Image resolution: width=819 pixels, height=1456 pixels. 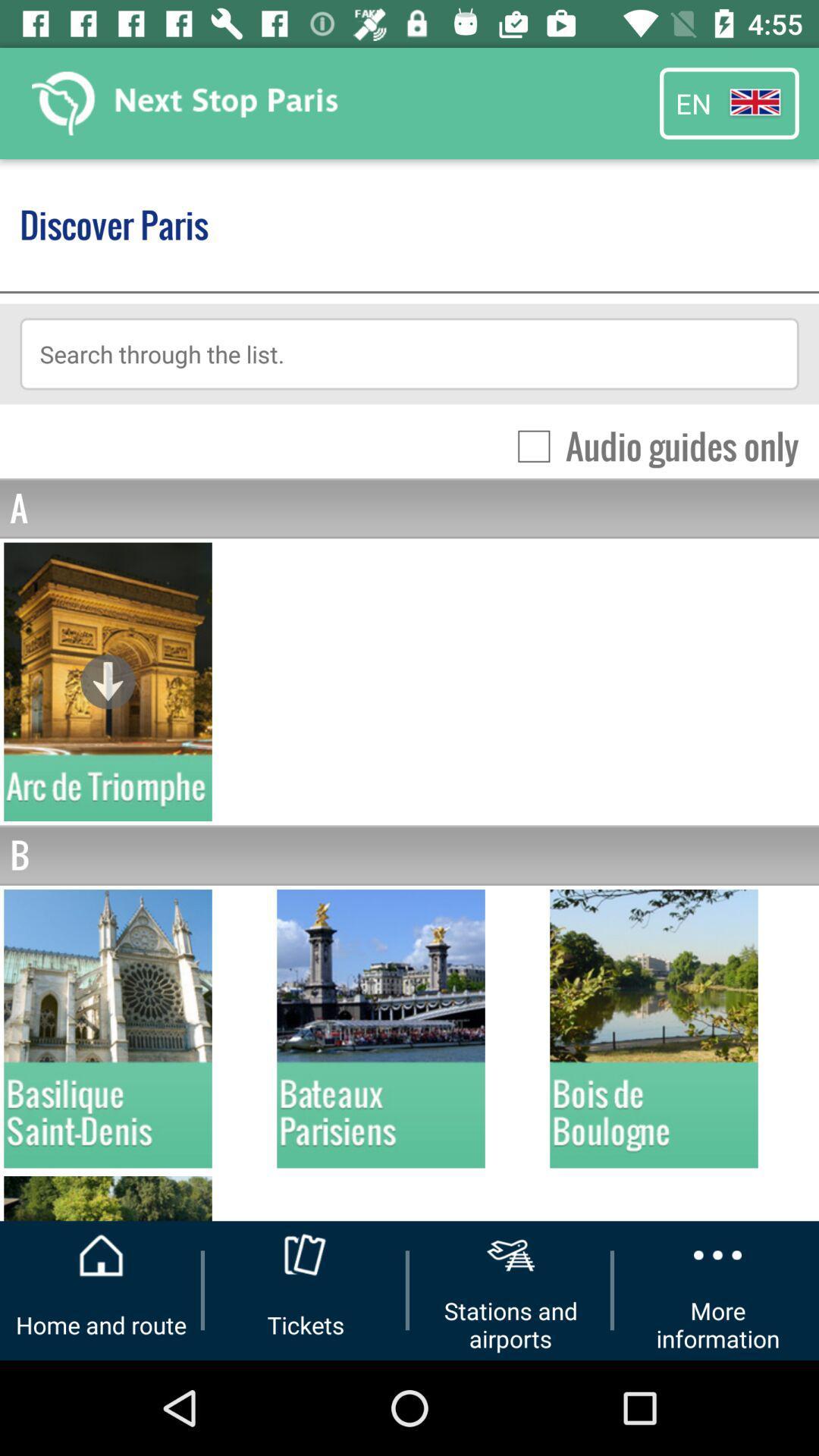 What do you see at coordinates (649, 445) in the screenshot?
I see `icon above a` at bounding box center [649, 445].